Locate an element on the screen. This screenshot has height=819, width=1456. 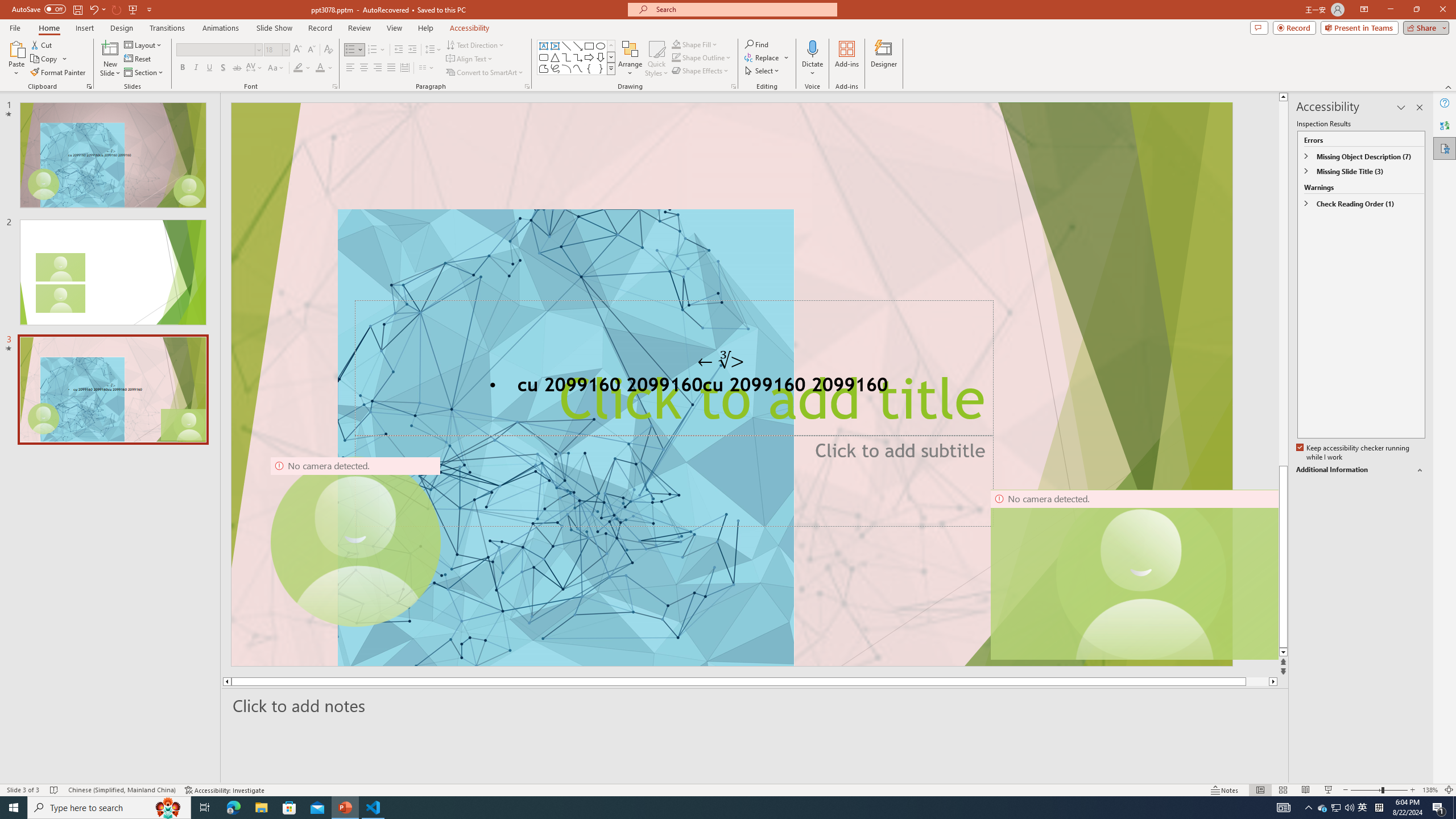
'Camera 11, No camera detected.' is located at coordinates (1141, 574).